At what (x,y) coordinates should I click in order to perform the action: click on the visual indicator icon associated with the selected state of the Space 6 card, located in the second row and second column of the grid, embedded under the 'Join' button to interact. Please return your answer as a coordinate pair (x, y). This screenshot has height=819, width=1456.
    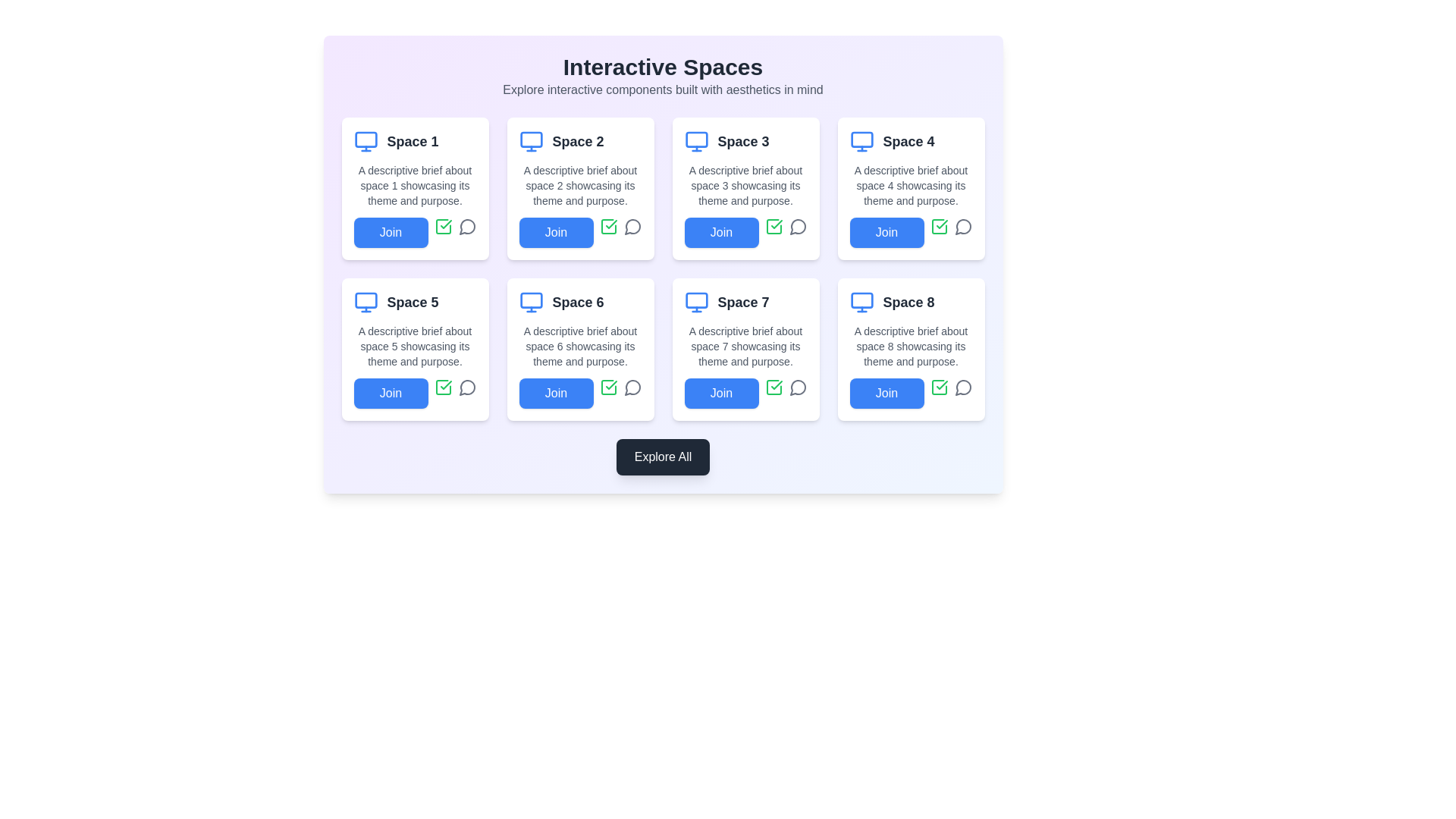
    Looking at the image, I should click on (611, 384).